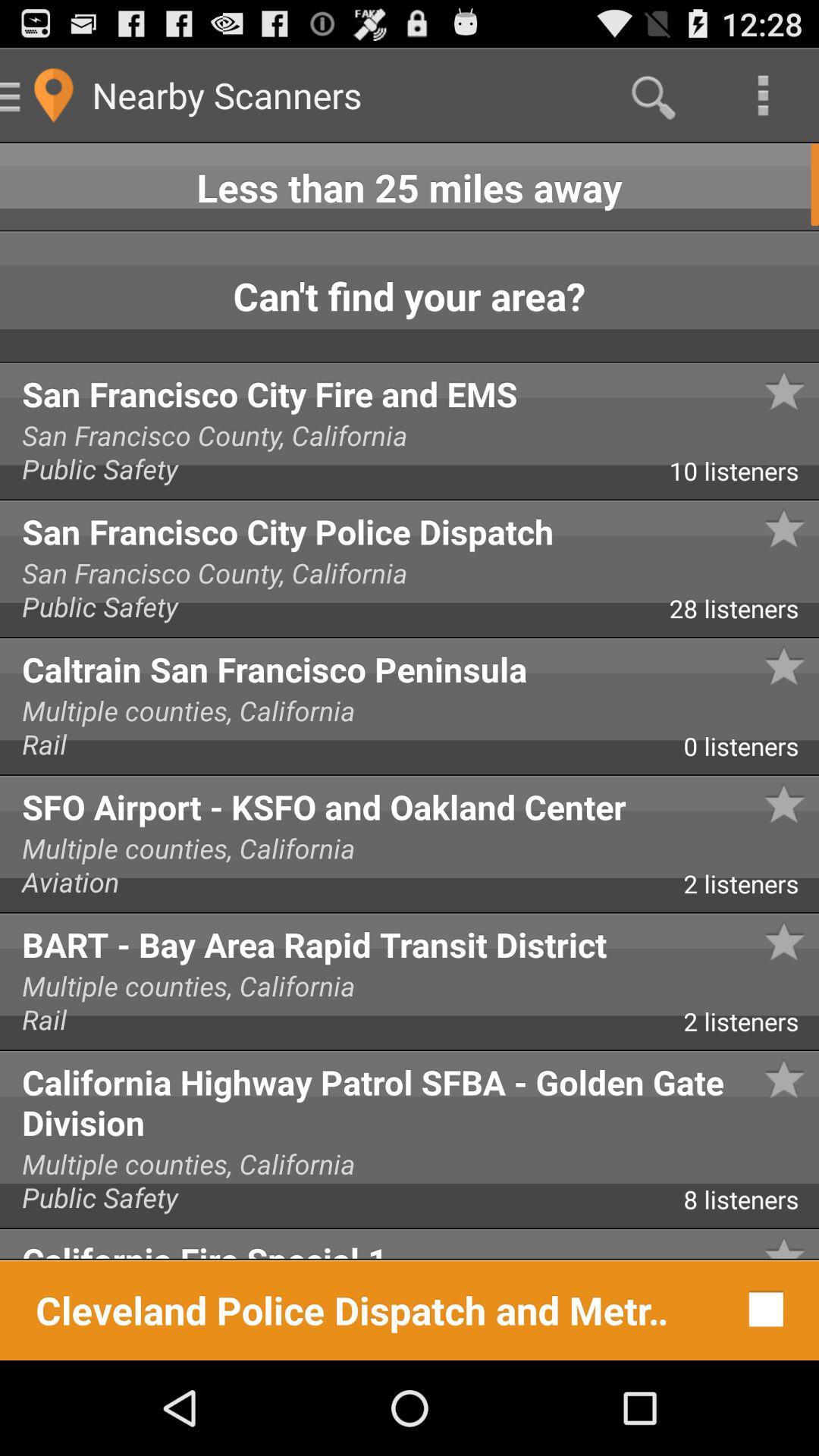 The height and width of the screenshot is (1456, 819). What do you see at coordinates (743, 475) in the screenshot?
I see `the 10 listeners item` at bounding box center [743, 475].